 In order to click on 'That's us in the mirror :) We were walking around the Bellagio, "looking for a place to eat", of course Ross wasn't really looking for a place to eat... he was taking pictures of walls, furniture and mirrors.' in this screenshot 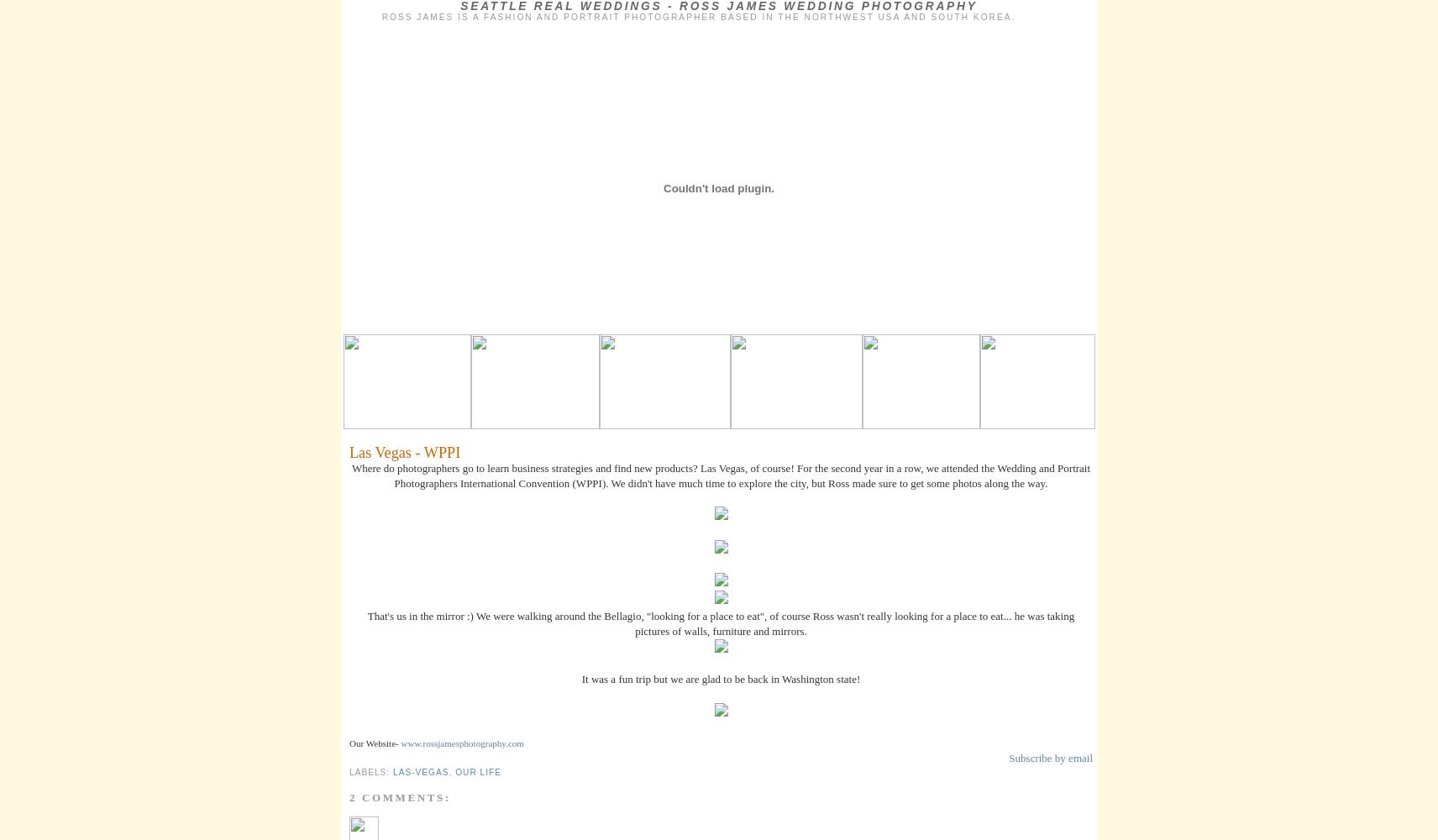, I will do `click(720, 622)`.